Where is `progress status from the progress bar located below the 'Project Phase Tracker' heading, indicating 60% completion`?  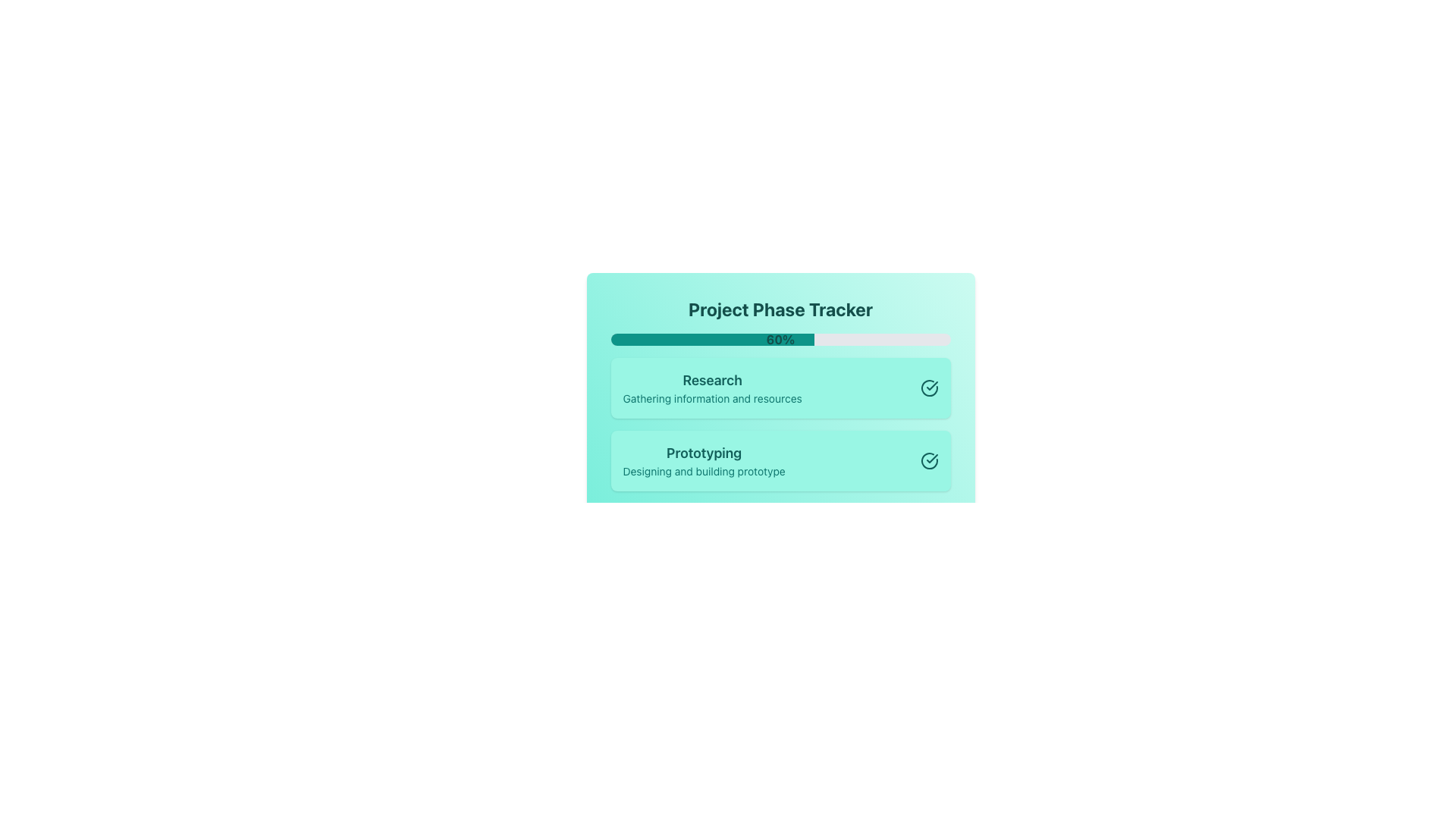 progress status from the progress bar located below the 'Project Phase Tracker' heading, indicating 60% completion is located at coordinates (780, 338).